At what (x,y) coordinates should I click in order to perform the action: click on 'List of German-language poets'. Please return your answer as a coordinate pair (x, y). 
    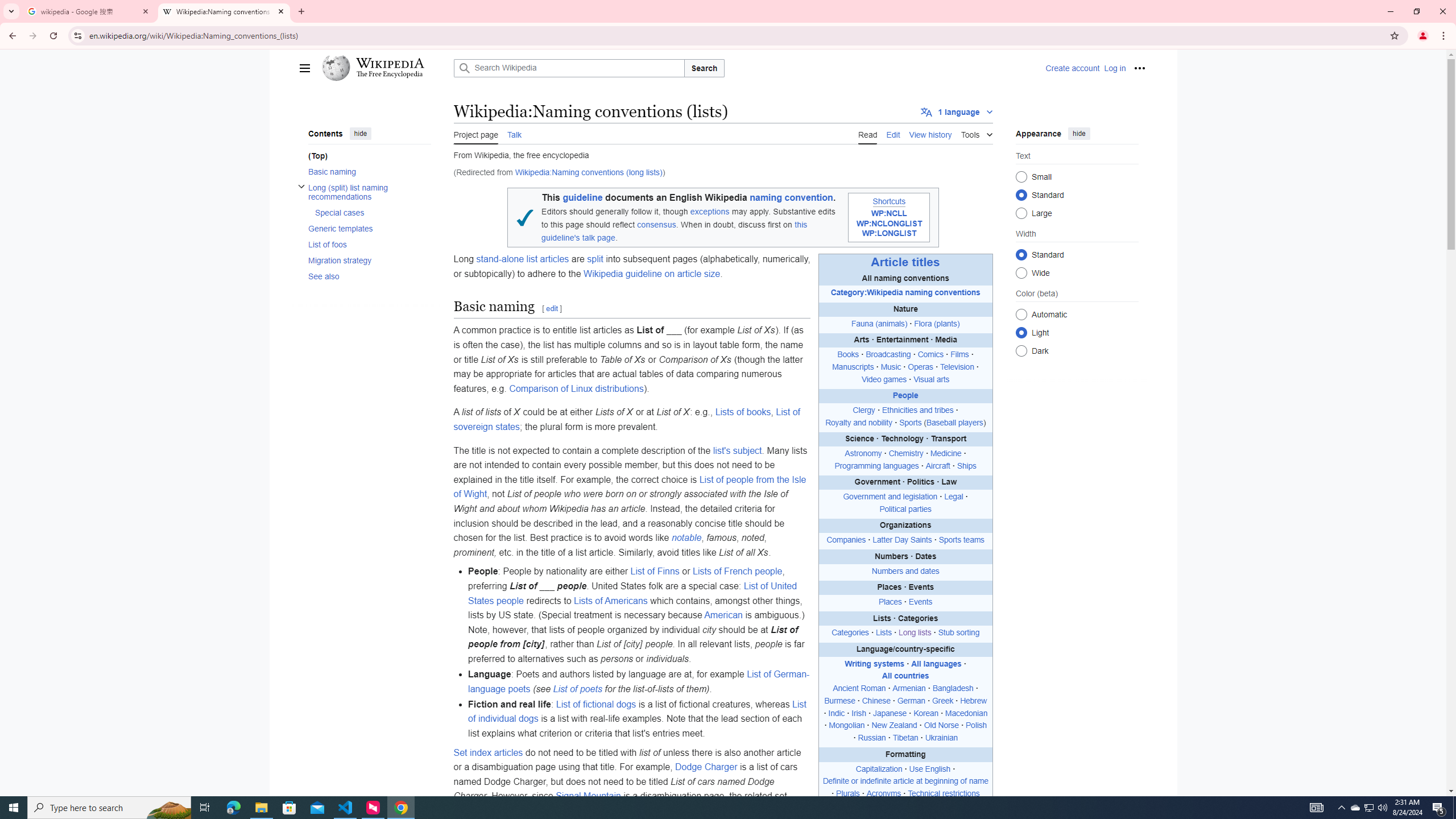
    Looking at the image, I should click on (638, 681).